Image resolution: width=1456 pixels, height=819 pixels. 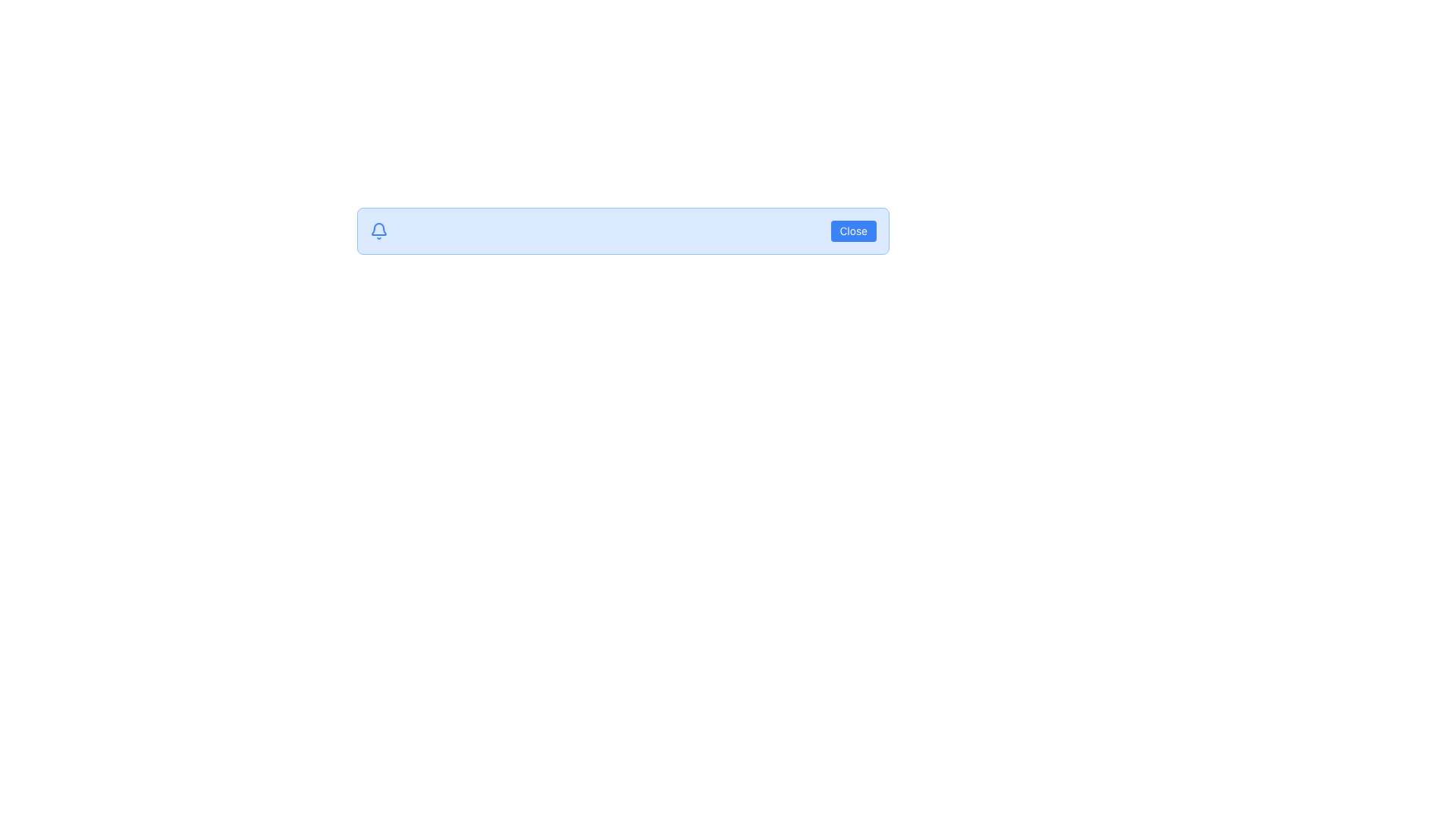 What do you see at coordinates (853, 231) in the screenshot?
I see `the 'Close' button` at bounding box center [853, 231].